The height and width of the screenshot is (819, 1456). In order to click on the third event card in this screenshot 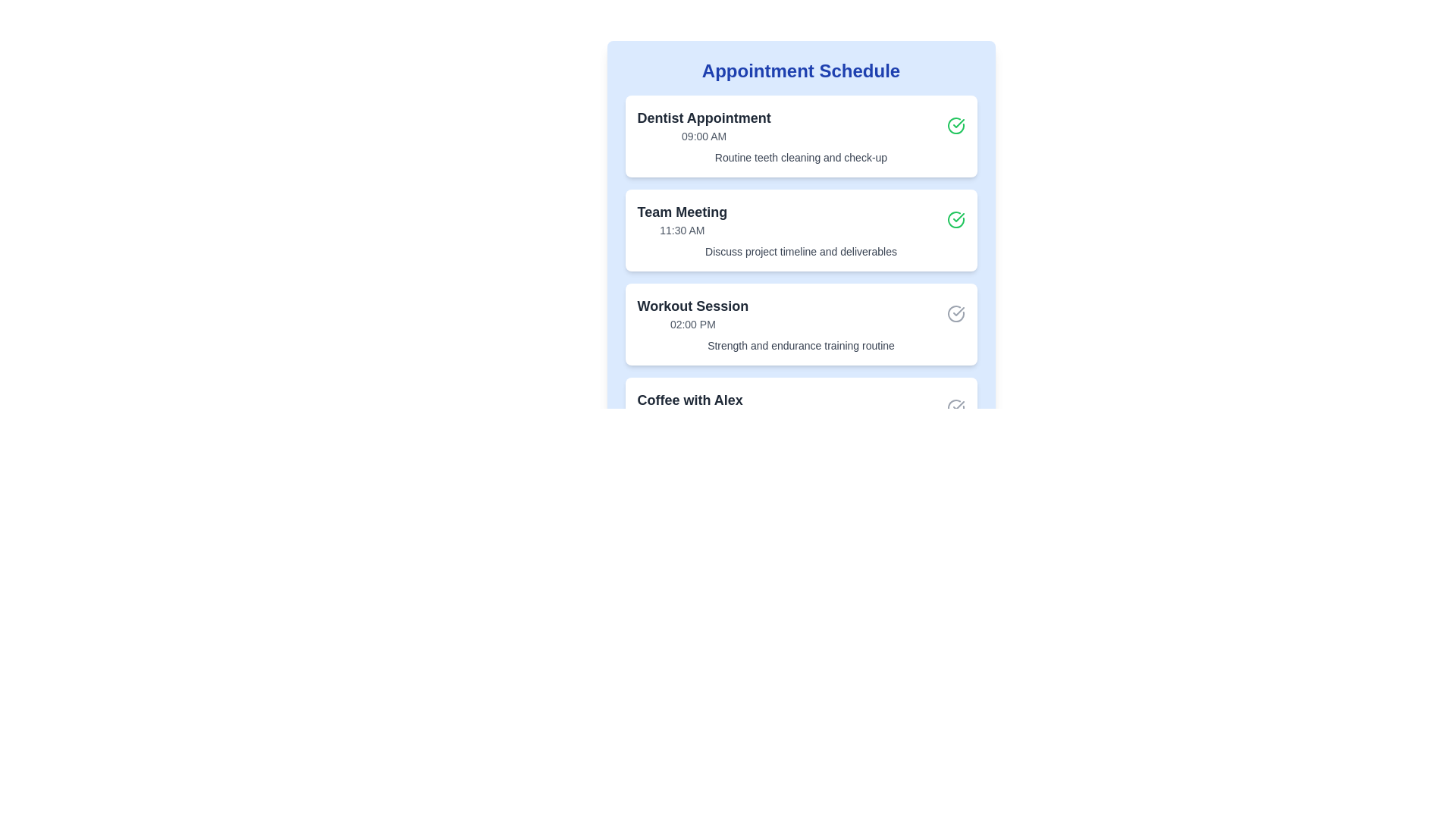, I will do `click(800, 324)`.